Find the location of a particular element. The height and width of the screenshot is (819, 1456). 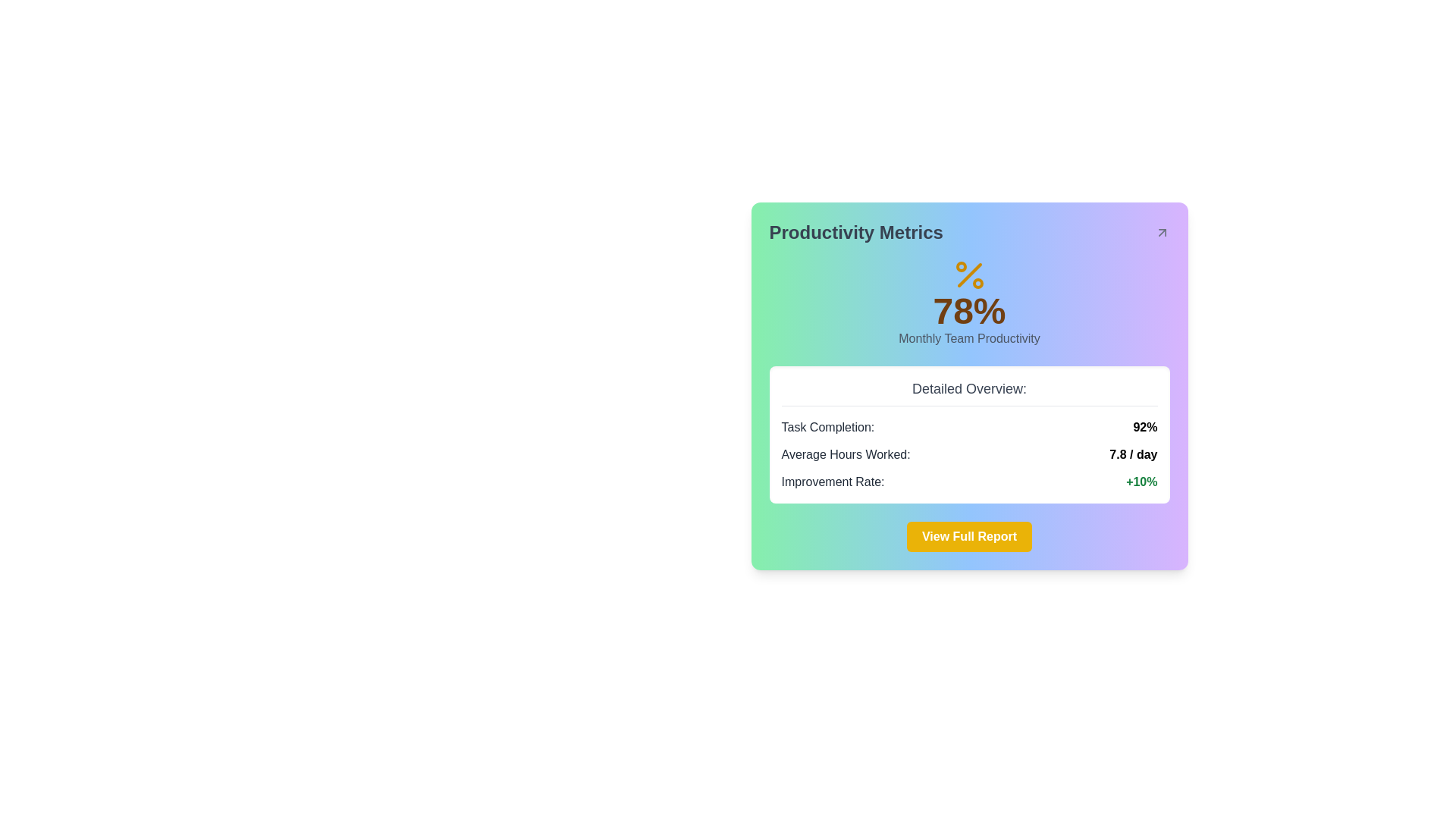

the Text Label that serves as the title for the section within the header of the card-like layout is located at coordinates (856, 233).